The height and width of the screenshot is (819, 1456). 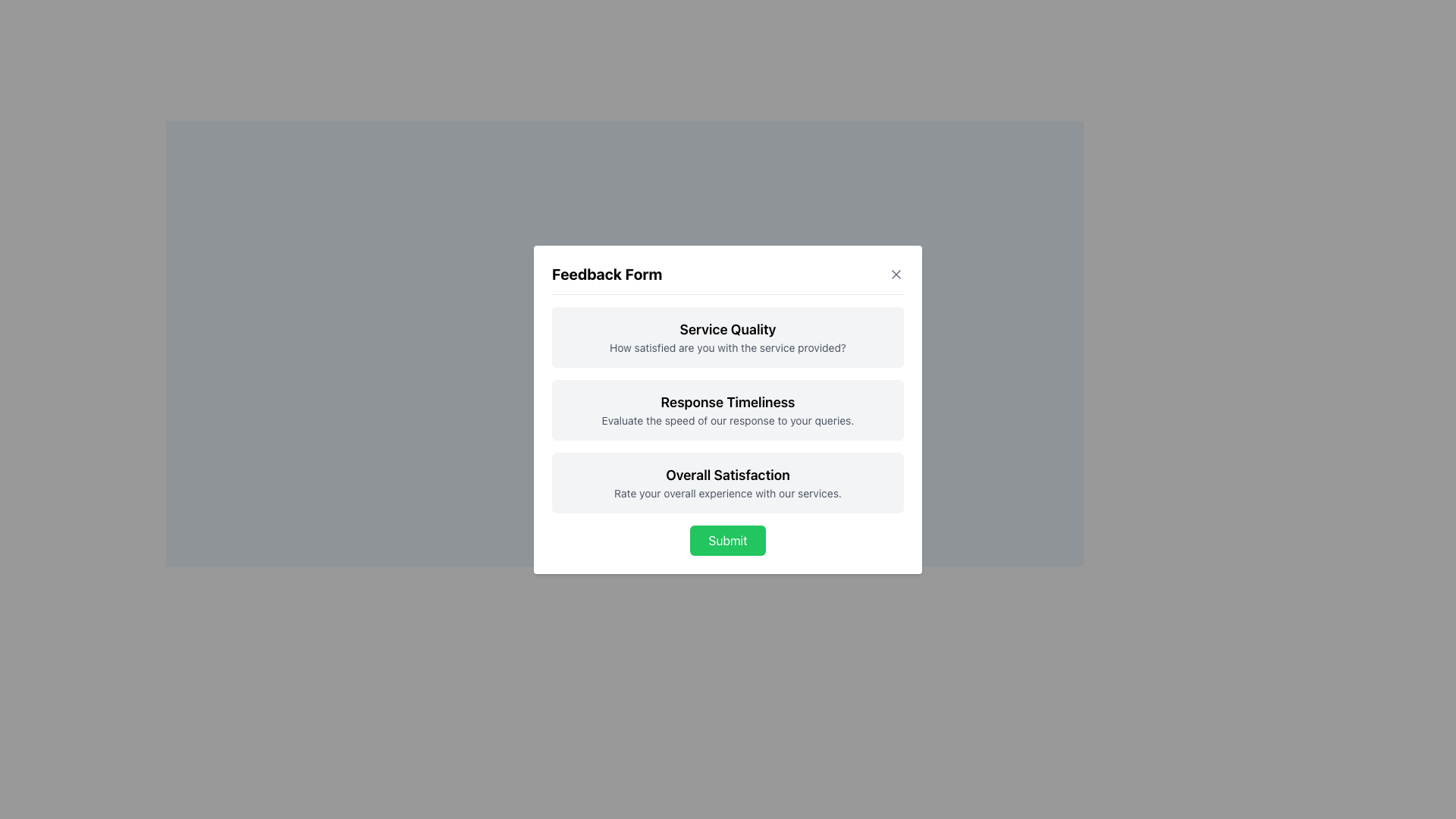 What do you see at coordinates (728, 539) in the screenshot?
I see `the green 'Submit' button located at the bottom-center of the 'Feedback Form' modal to change its background color` at bounding box center [728, 539].